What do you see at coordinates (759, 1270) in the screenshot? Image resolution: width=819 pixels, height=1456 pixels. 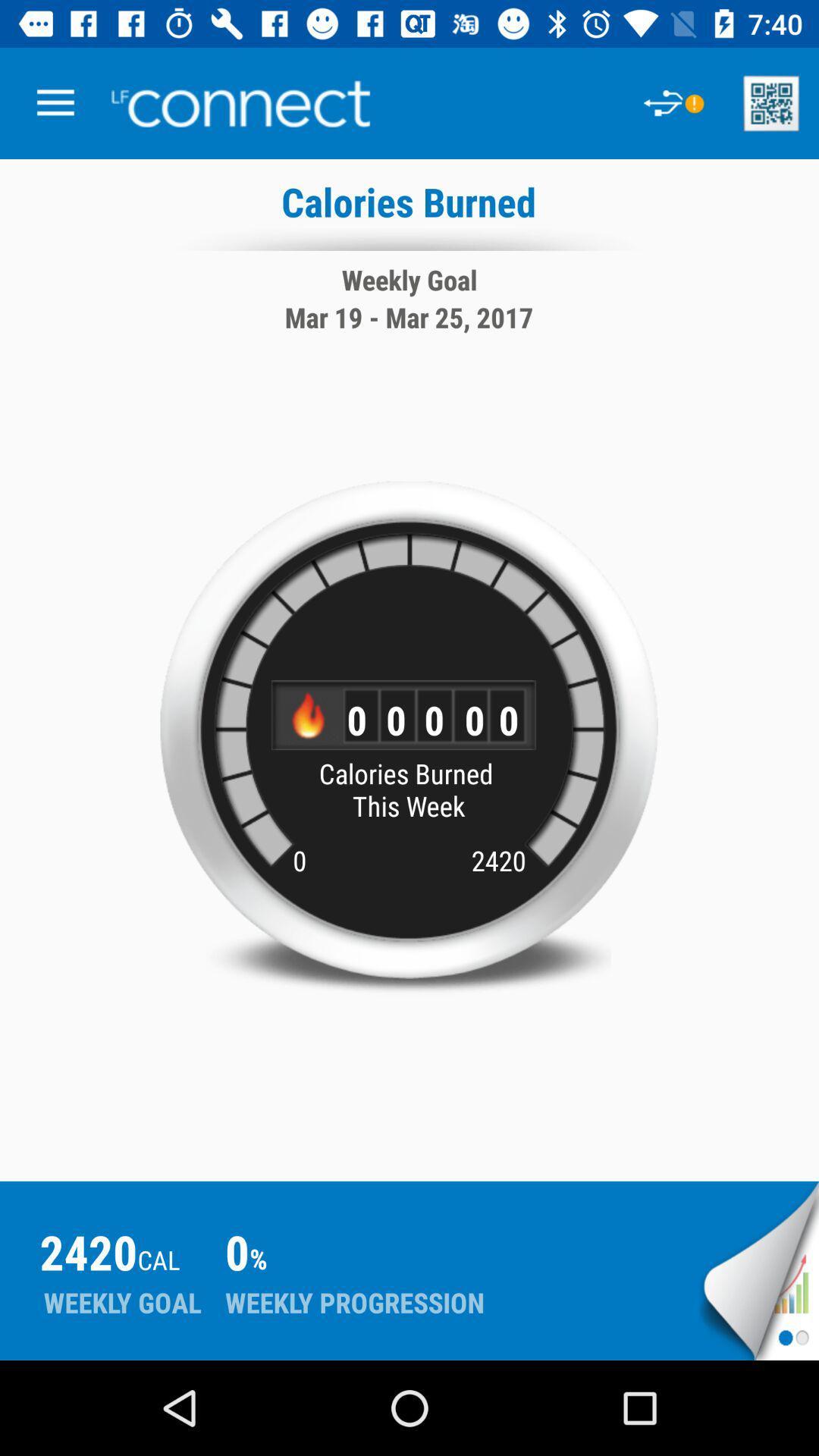 I see `the send icon` at bounding box center [759, 1270].